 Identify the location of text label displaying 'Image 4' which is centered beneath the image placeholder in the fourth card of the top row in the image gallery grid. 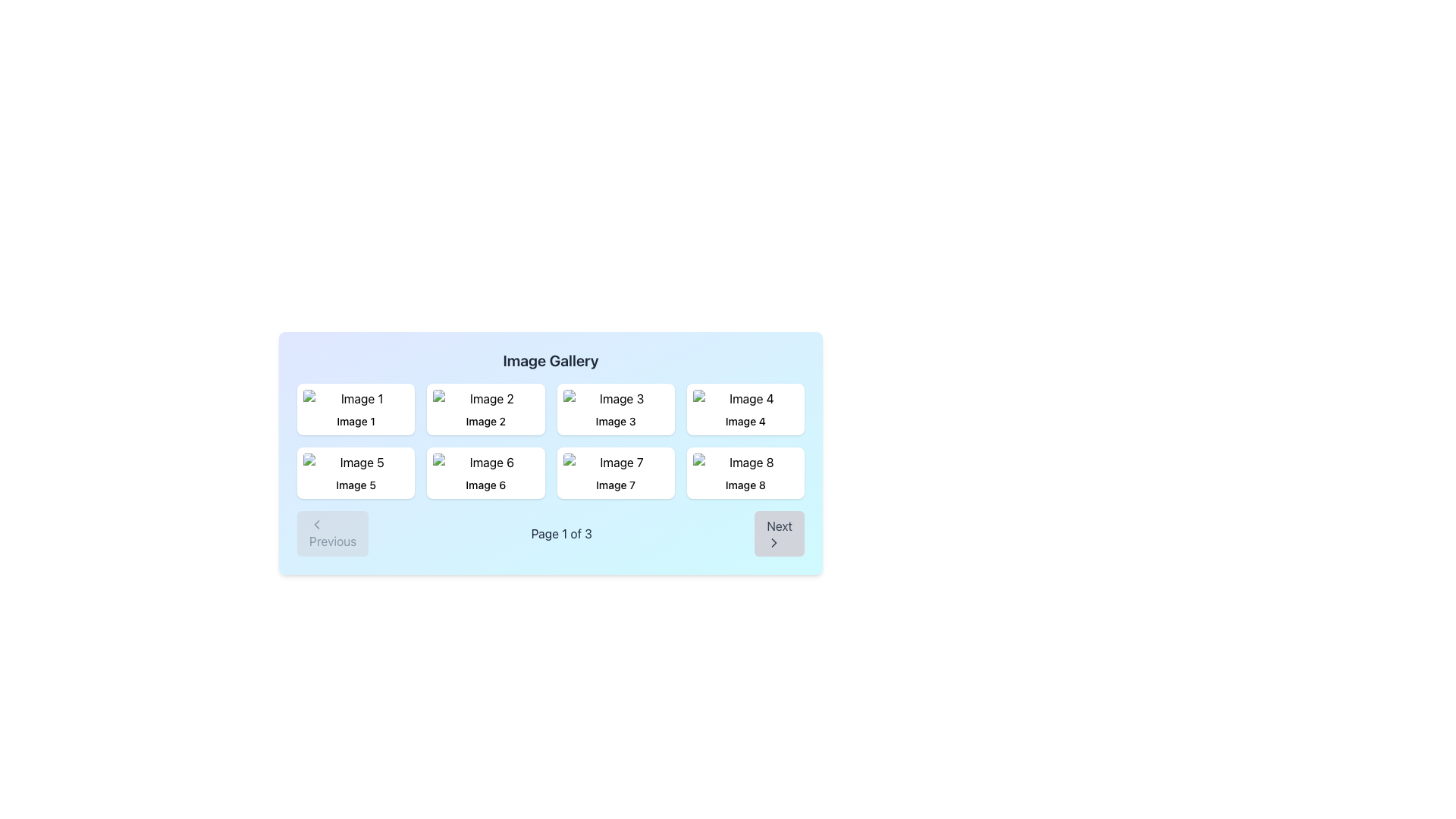
(745, 421).